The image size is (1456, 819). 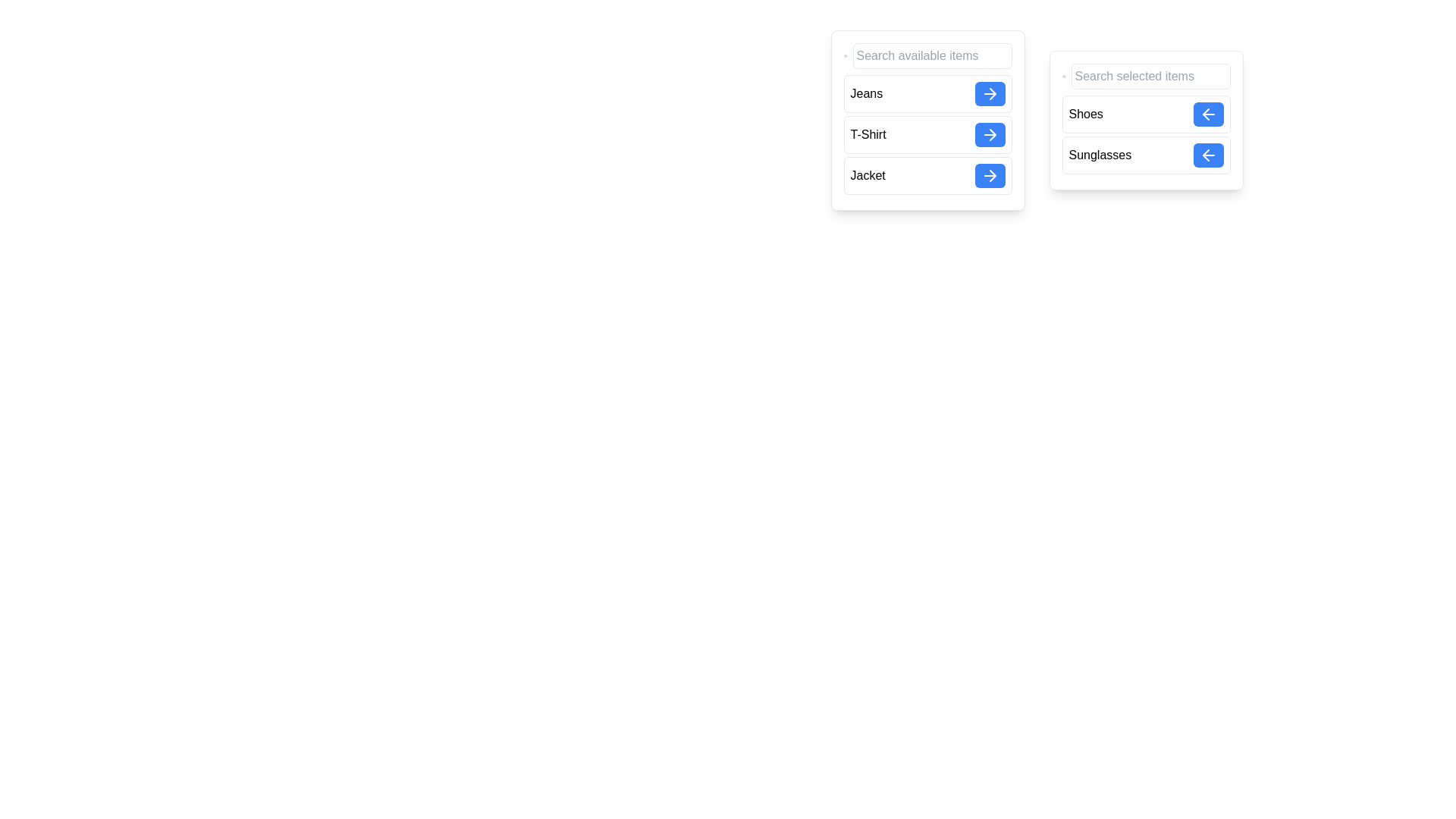 I want to click on the list item representing 'Jeans', which is the first entry in a vertical list, so click(x=927, y=93).